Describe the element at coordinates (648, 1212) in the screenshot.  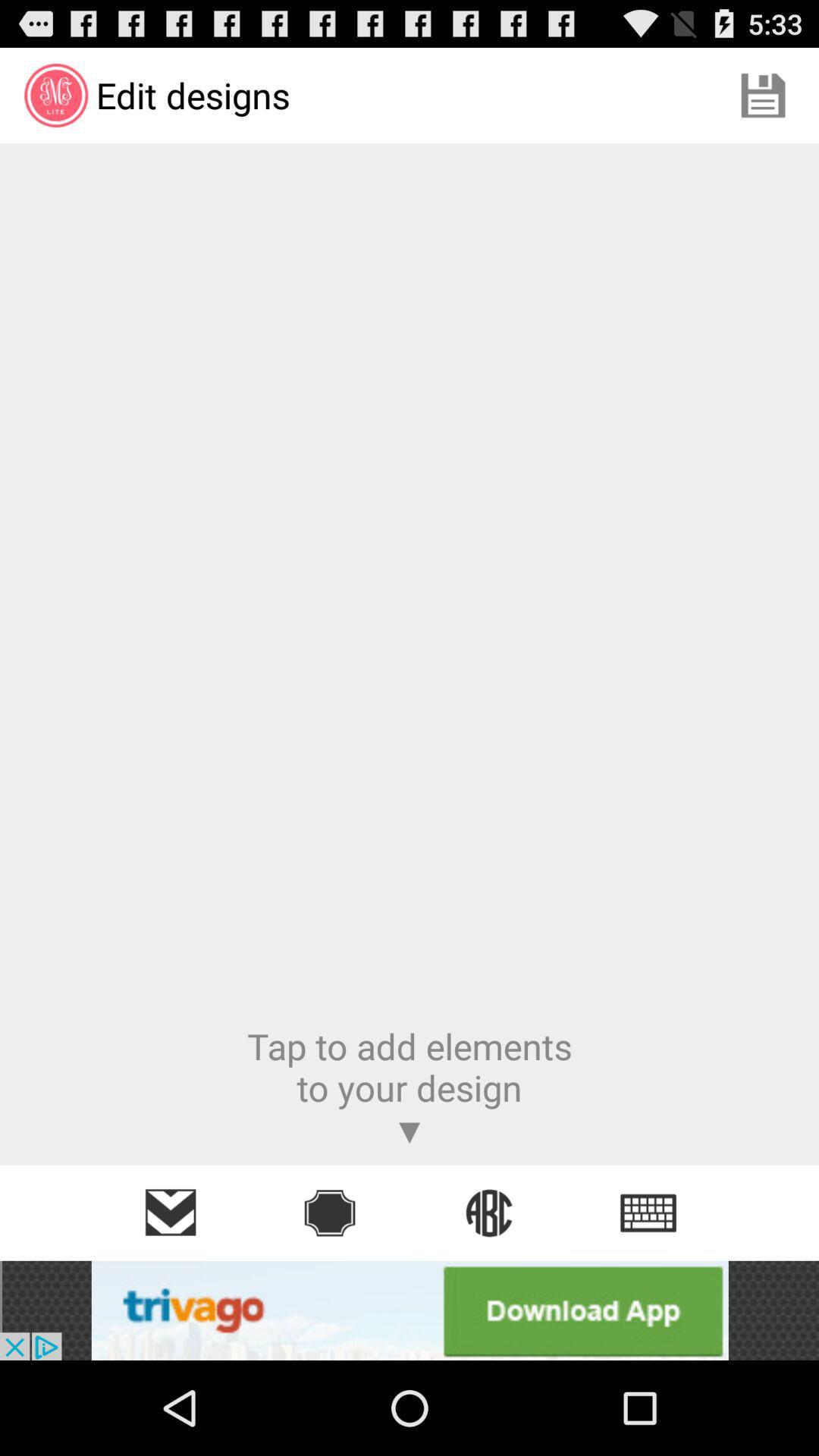
I see `the description icon` at that location.